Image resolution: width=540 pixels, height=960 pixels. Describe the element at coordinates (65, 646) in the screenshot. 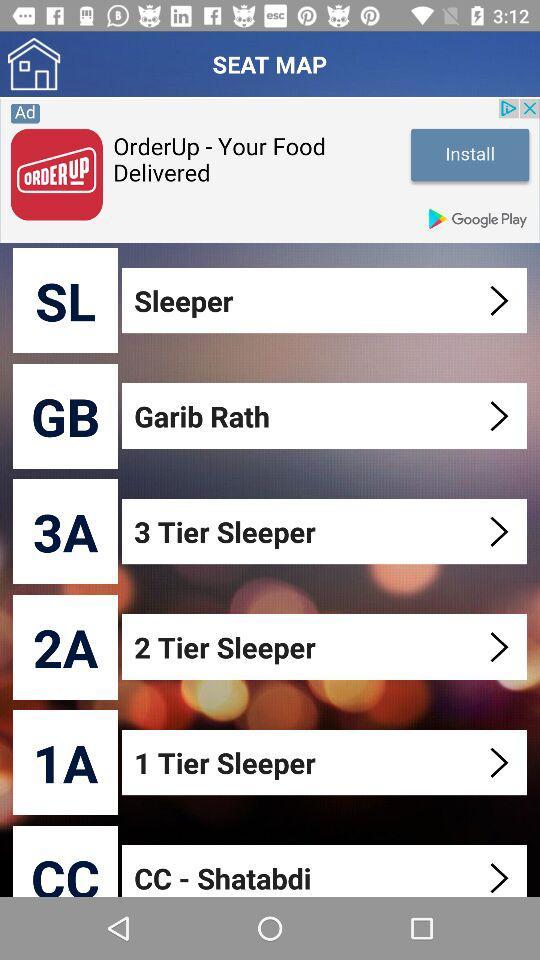

I see `the icon to the left of 2 tier sleeper item` at that location.